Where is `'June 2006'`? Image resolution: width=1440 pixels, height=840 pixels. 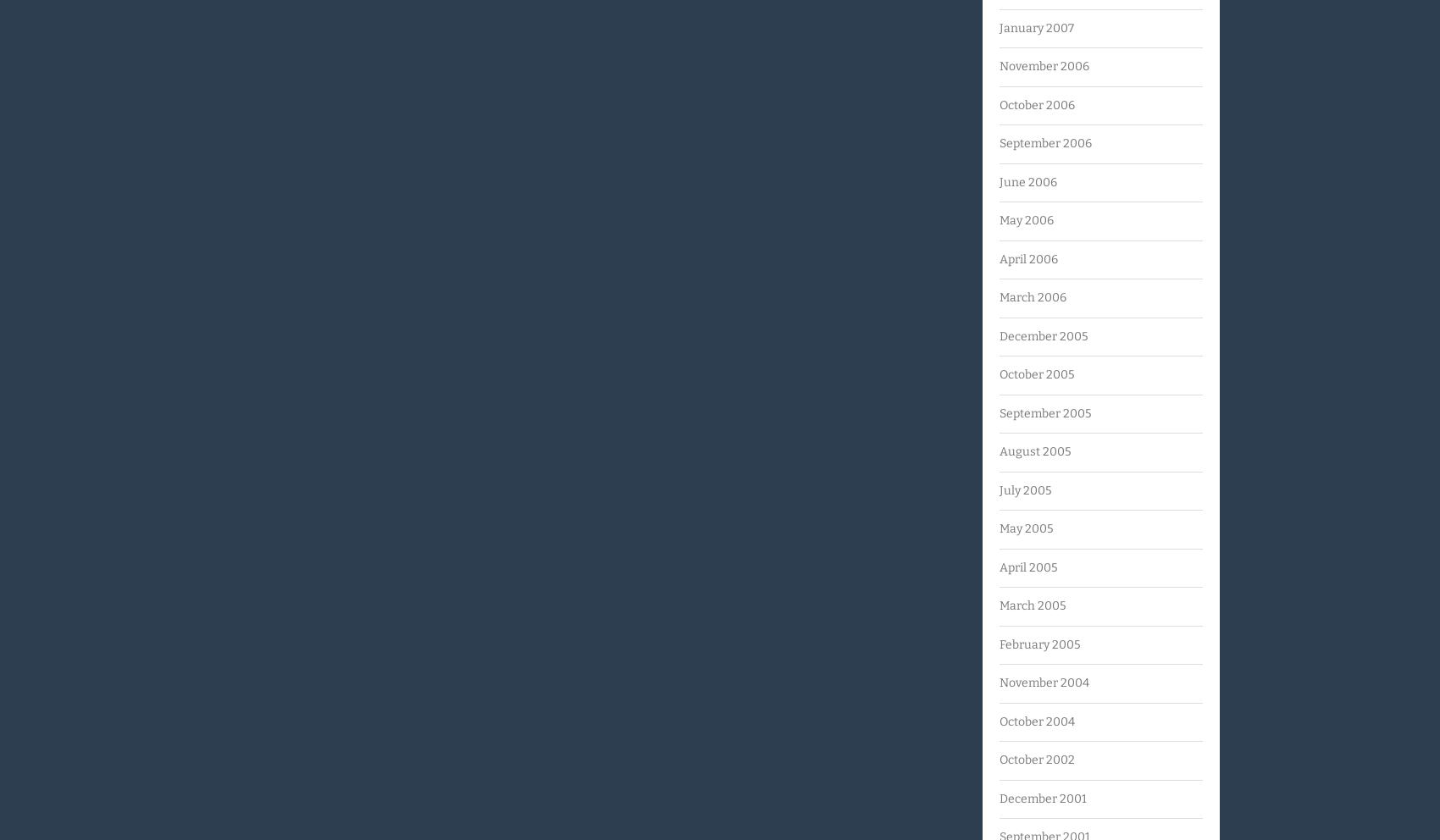
'June 2006' is located at coordinates (1027, 181).